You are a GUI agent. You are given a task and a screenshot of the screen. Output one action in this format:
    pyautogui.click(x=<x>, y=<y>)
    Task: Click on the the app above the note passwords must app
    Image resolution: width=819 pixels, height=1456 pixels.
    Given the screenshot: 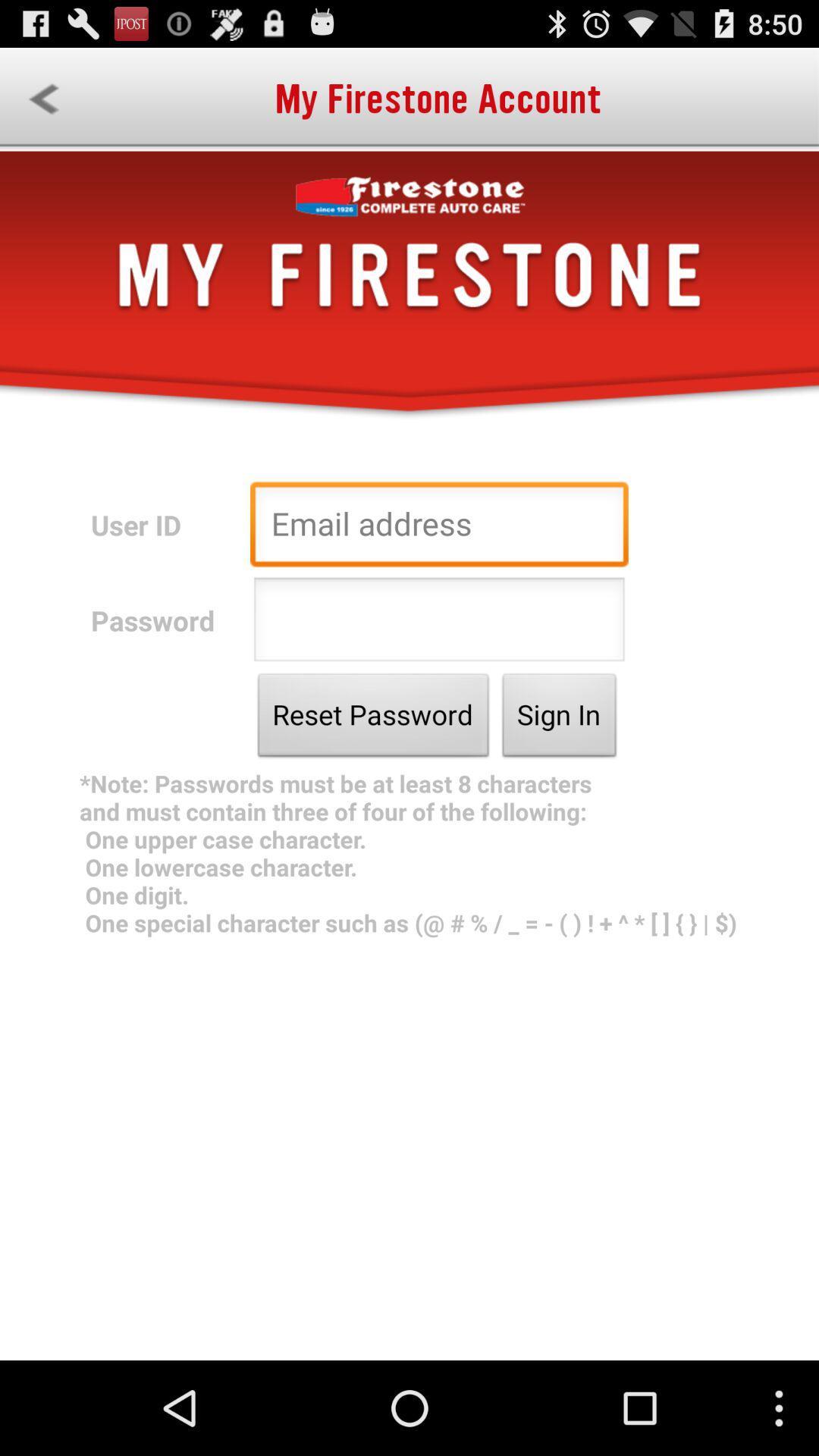 What is the action you would take?
    pyautogui.click(x=373, y=718)
    